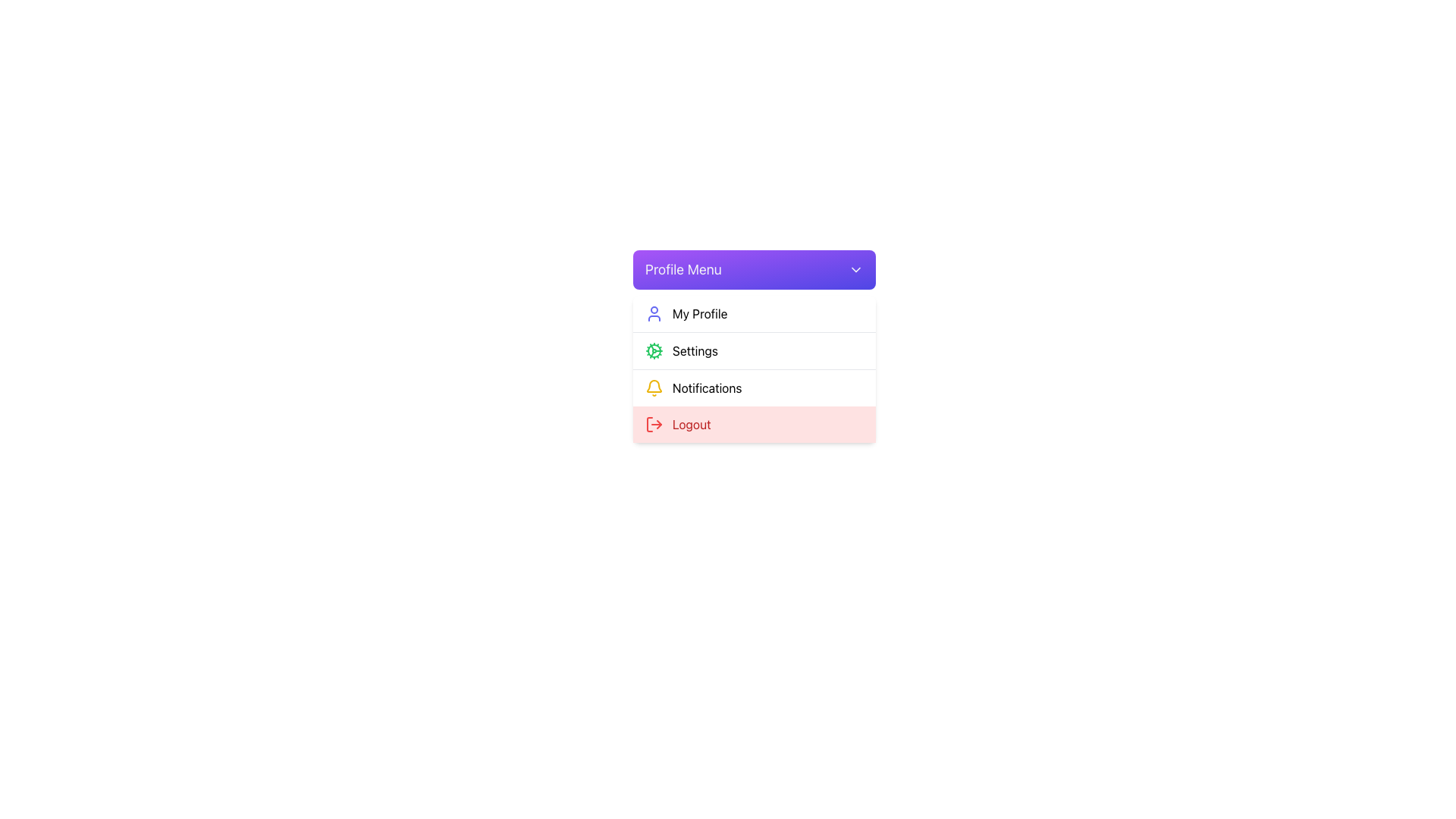 This screenshot has width=1456, height=819. Describe the element at coordinates (694, 350) in the screenshot. I see `text label 'Settings' located within the dropdown menu, styled with black text against a white background, positioned below 'My Profile' and above 'Notifications'` at that location.